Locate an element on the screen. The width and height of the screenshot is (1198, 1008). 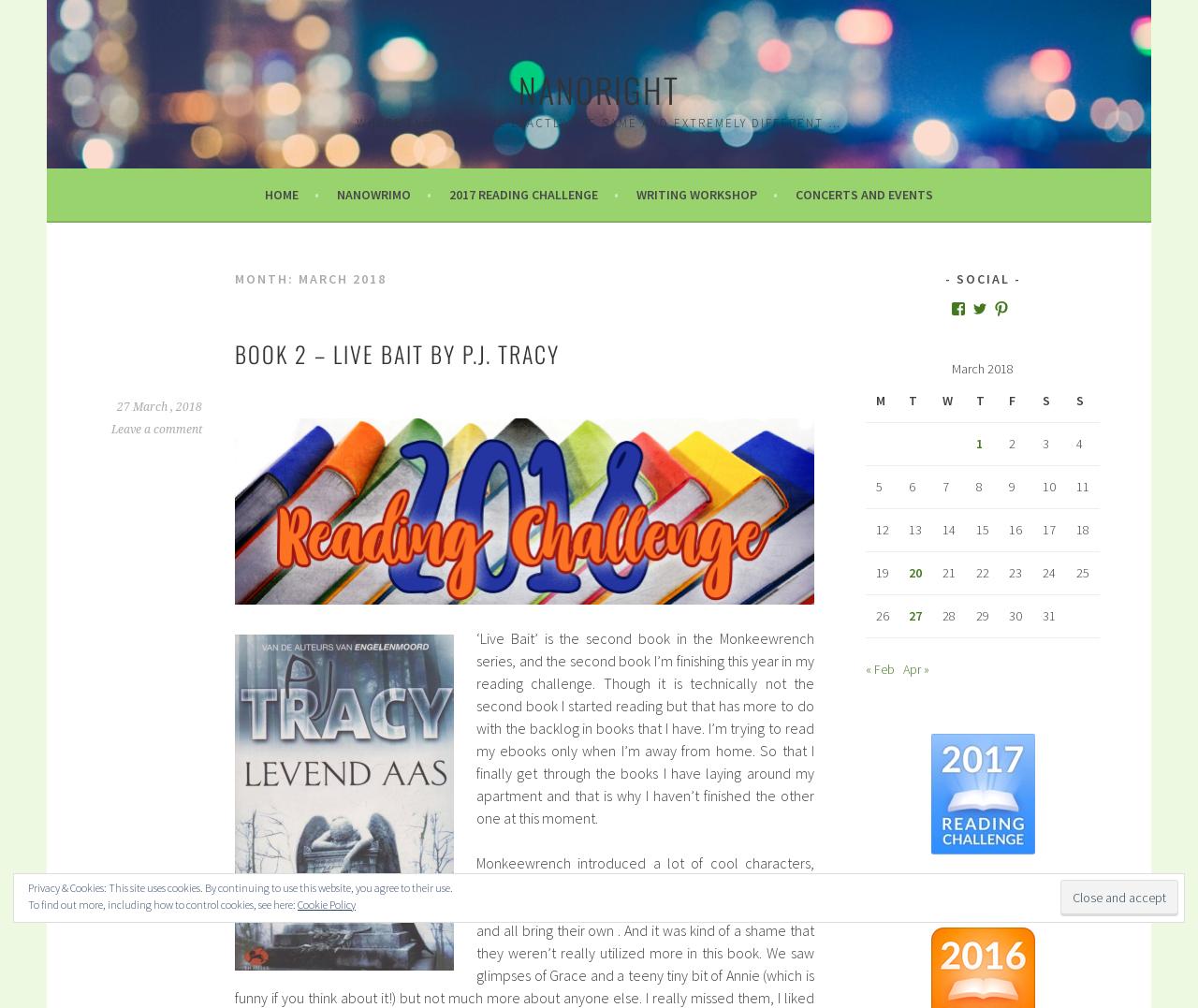
'14' is located at coordinates (947, 529).